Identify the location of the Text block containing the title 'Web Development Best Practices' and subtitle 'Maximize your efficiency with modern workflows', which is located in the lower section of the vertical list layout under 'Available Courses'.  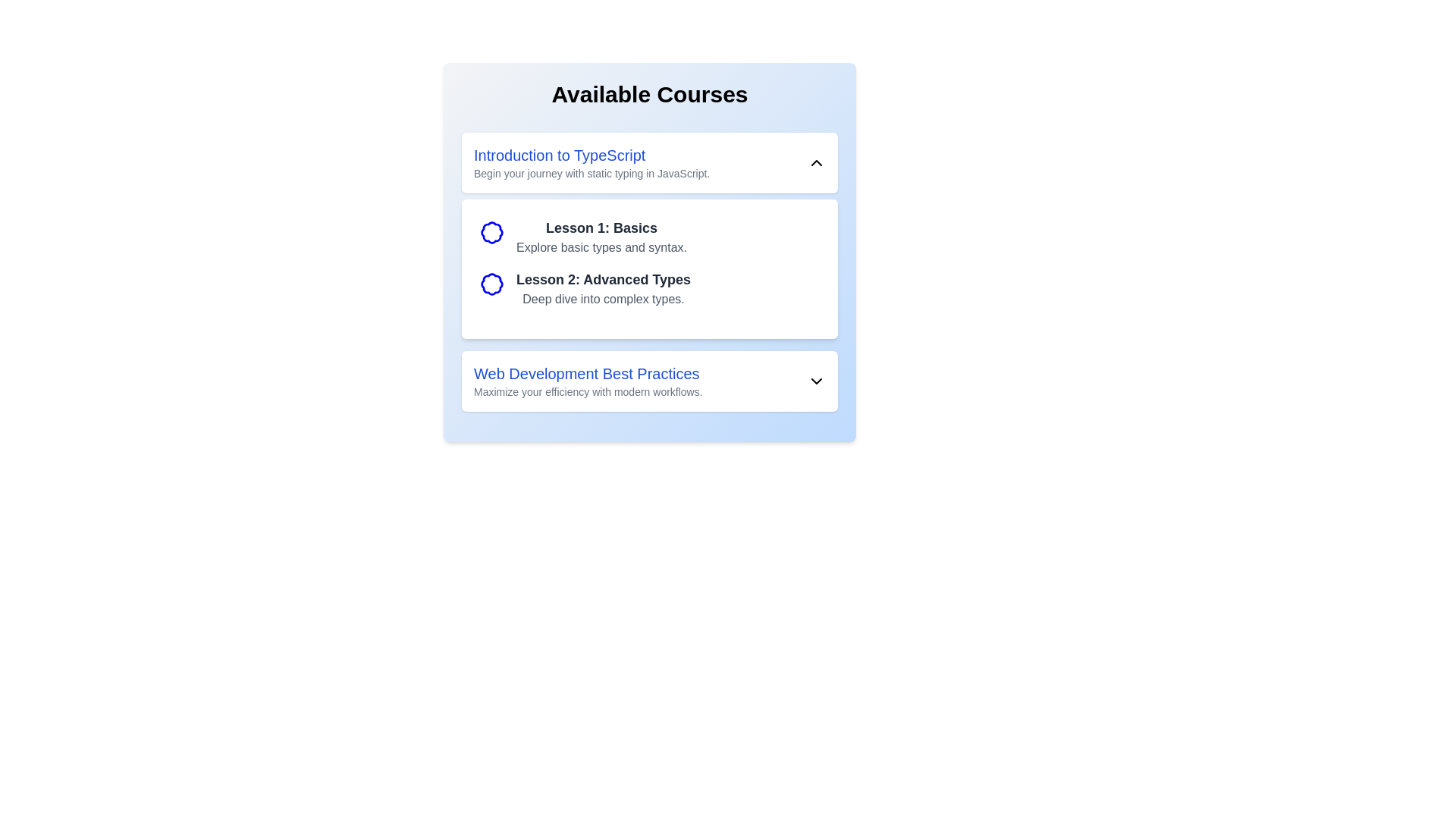
(587, 380).